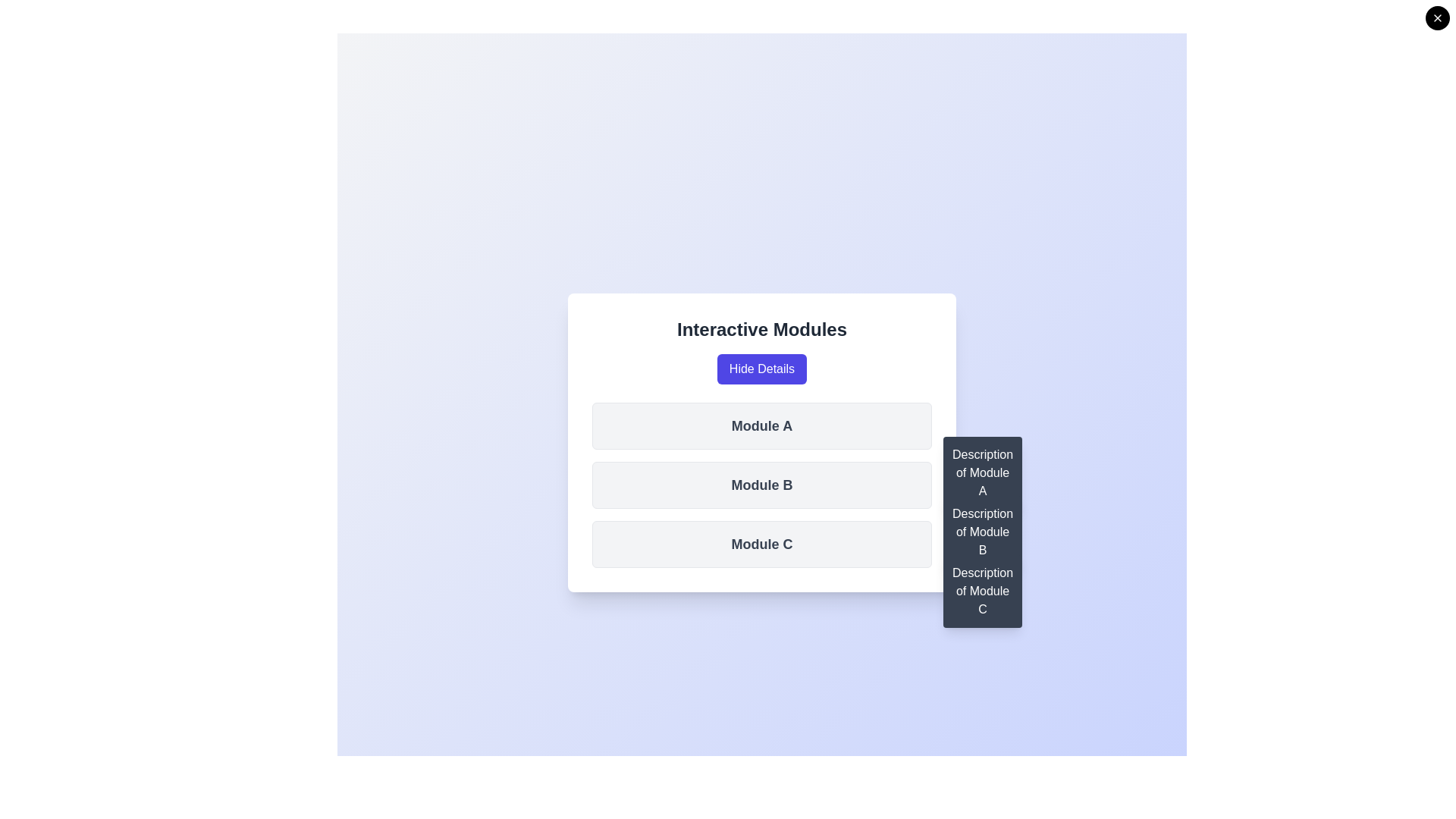 Image resolution: width=1456 pixels, height=819 pixels. I want to click on the text label reading 'Module A', so click(761, 426).